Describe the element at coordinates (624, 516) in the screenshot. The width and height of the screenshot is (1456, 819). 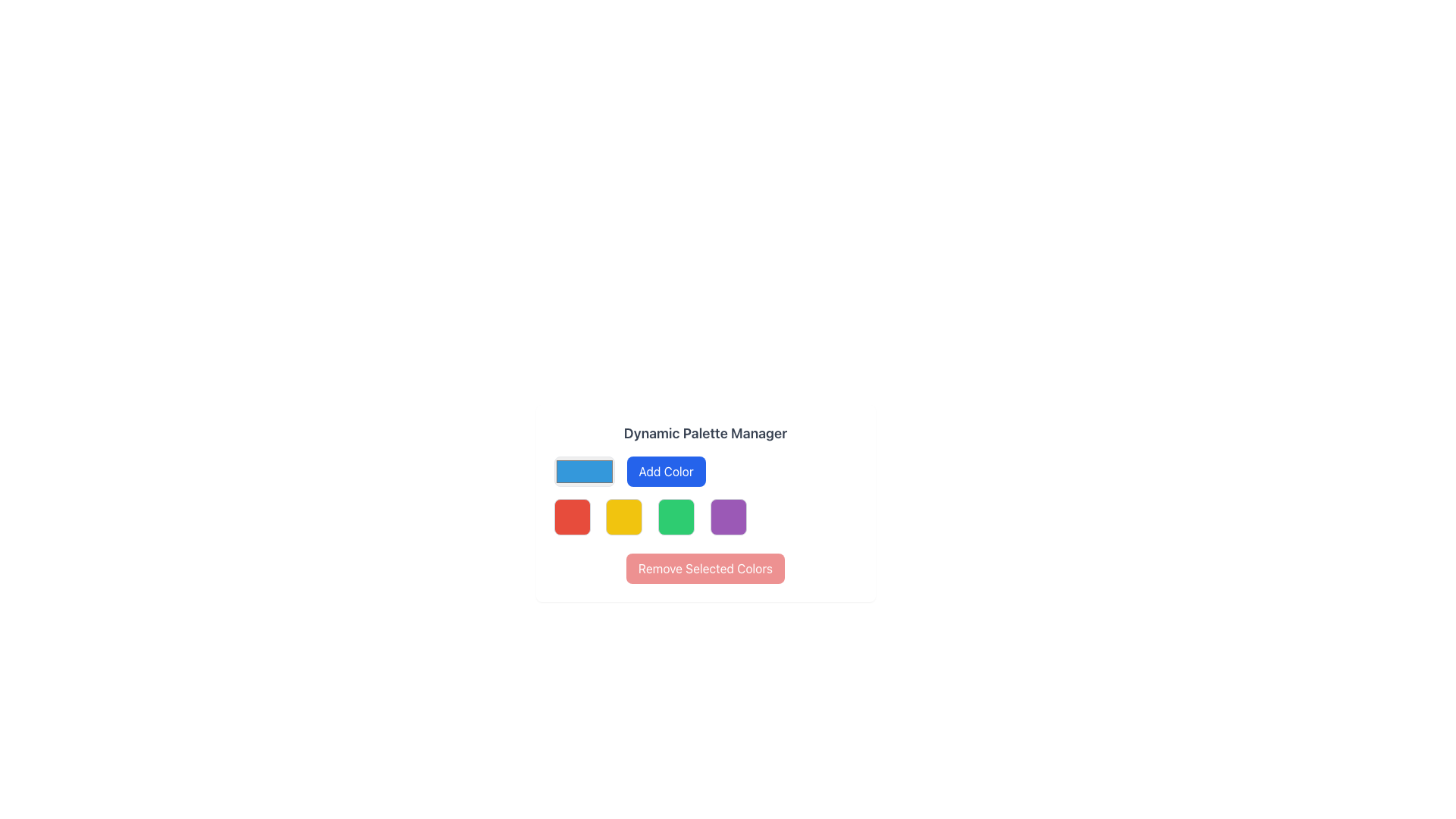
I see `the yellow square color tile, which is the second item in the first row of a three-by-three grid` at that location.